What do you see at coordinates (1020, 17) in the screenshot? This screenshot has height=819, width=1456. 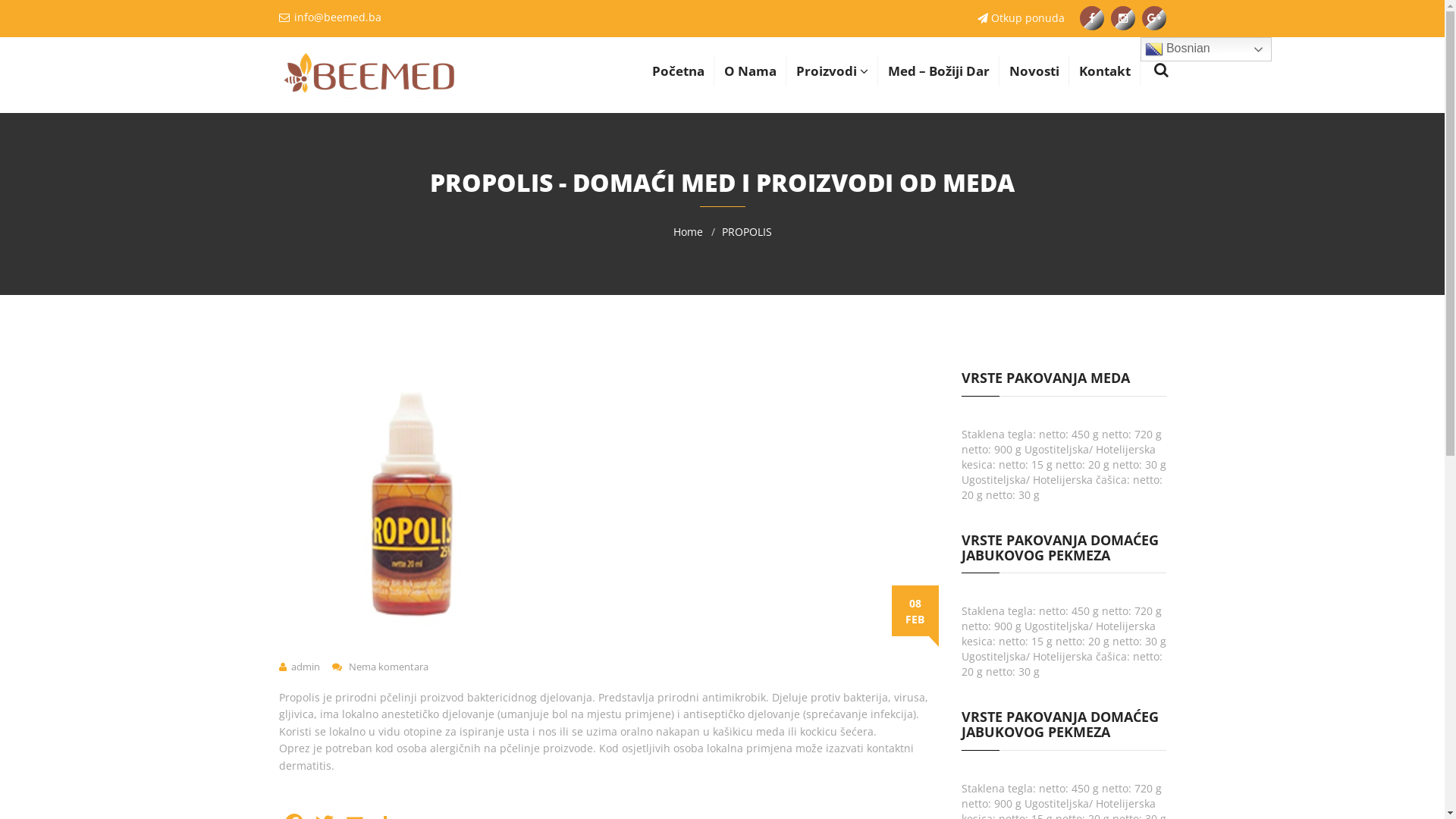 I see `'Otkup ponuda'` at bounding box center [1020, 17].